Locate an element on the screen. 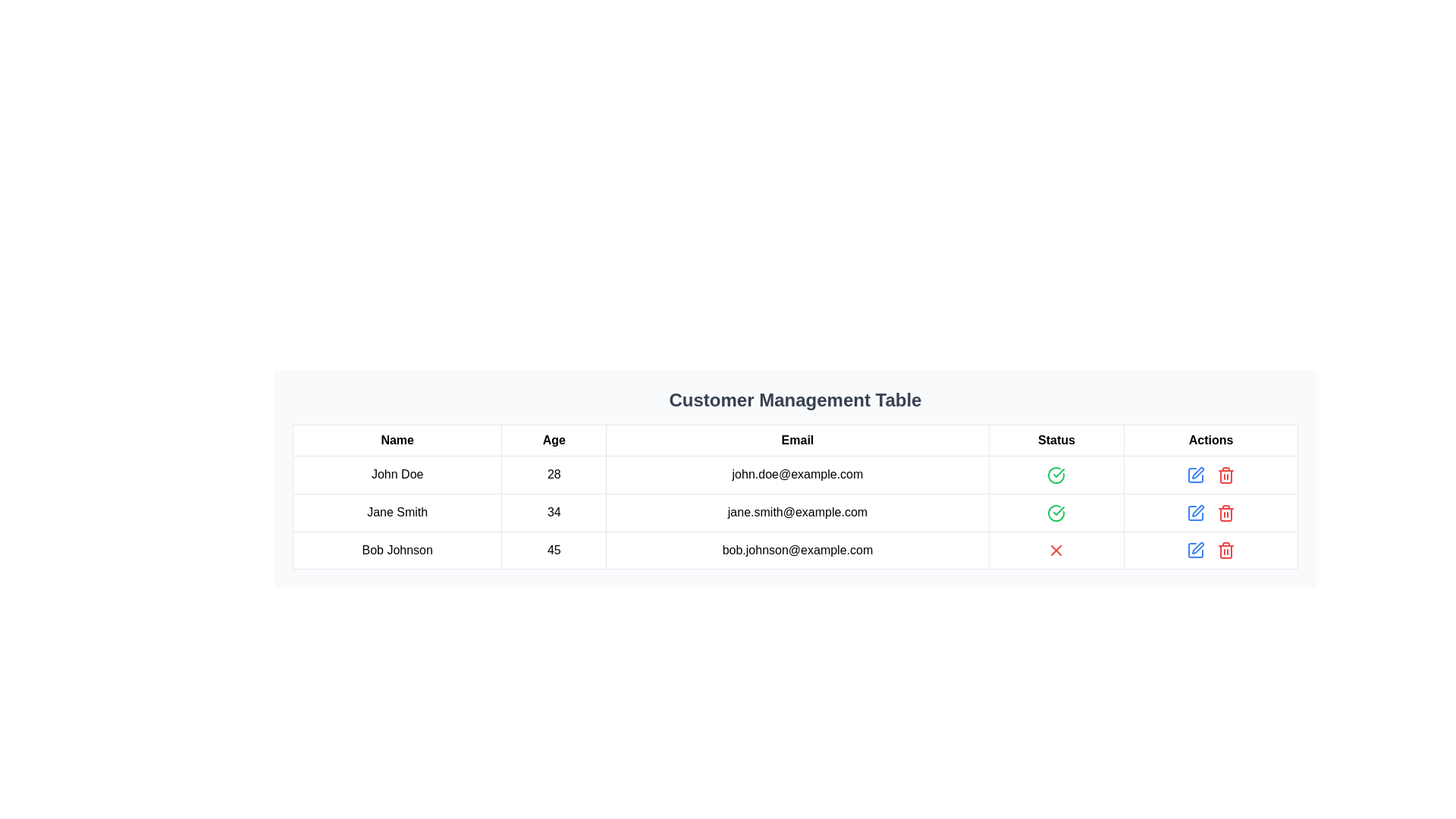 This screenshot has height=819, width=1456. the edit icon in the Actions column of the last row of the table, associated with user Bob Johnson is located at coordinates (1197, 510).